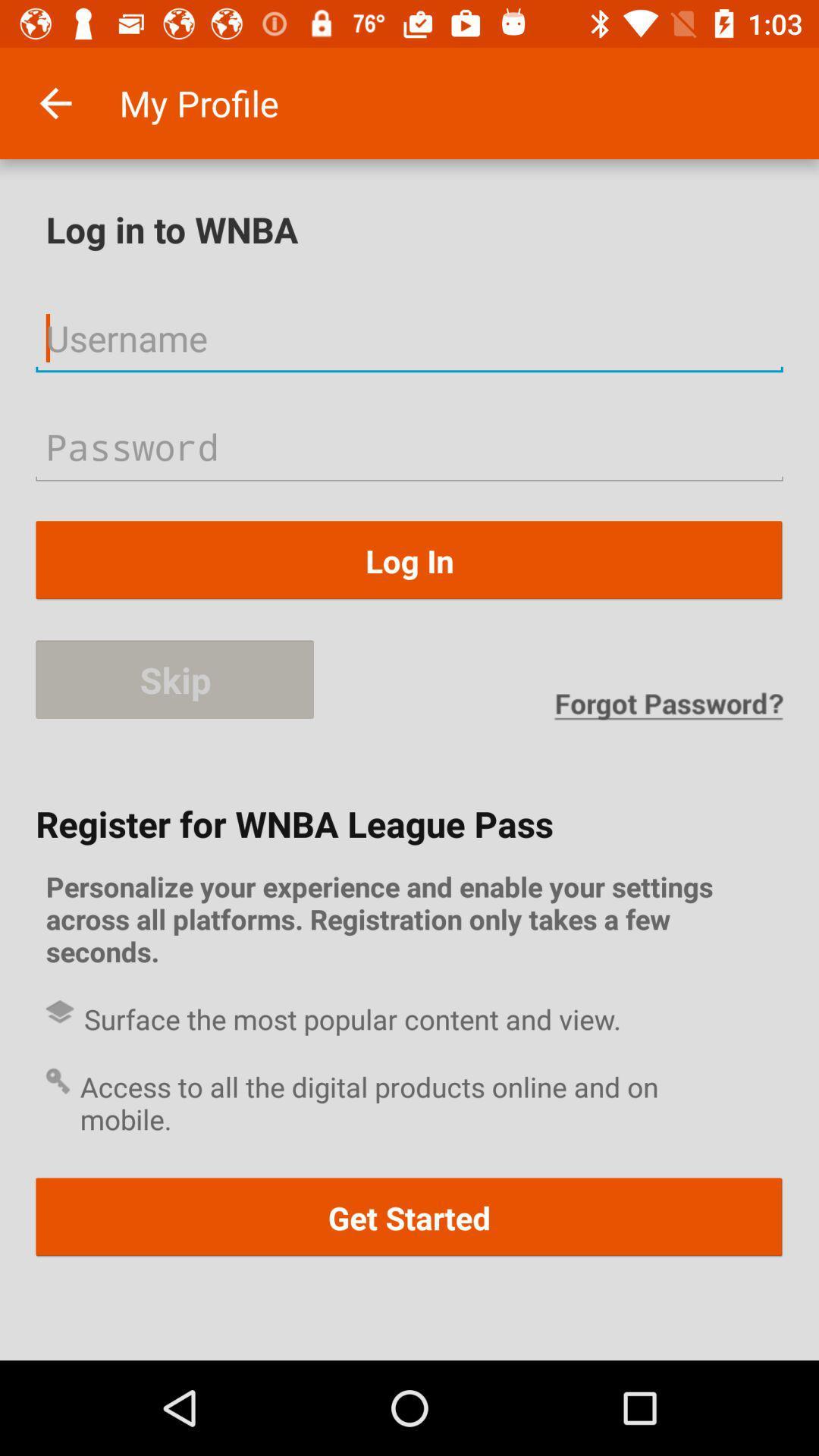 This screenshot has height=1456, width=819. What do you see at coordinates (55, 102) in the screenshot?
I see `the item to the left of the my profile icon` at bounding box center [55, 102].